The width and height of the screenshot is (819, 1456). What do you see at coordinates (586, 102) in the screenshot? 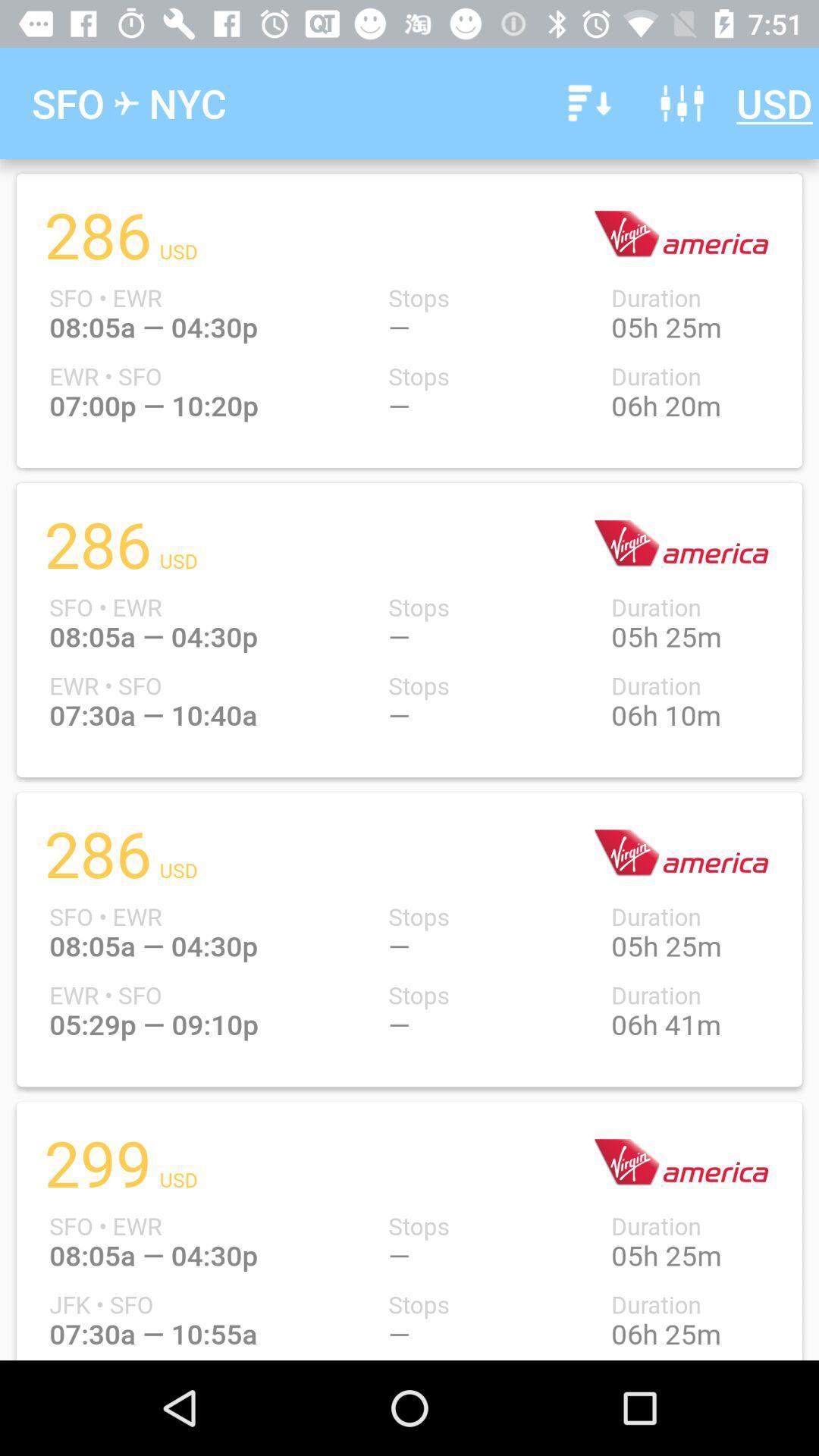
I see `the icon to the right of the nyc` at bounding box center [586, 102].